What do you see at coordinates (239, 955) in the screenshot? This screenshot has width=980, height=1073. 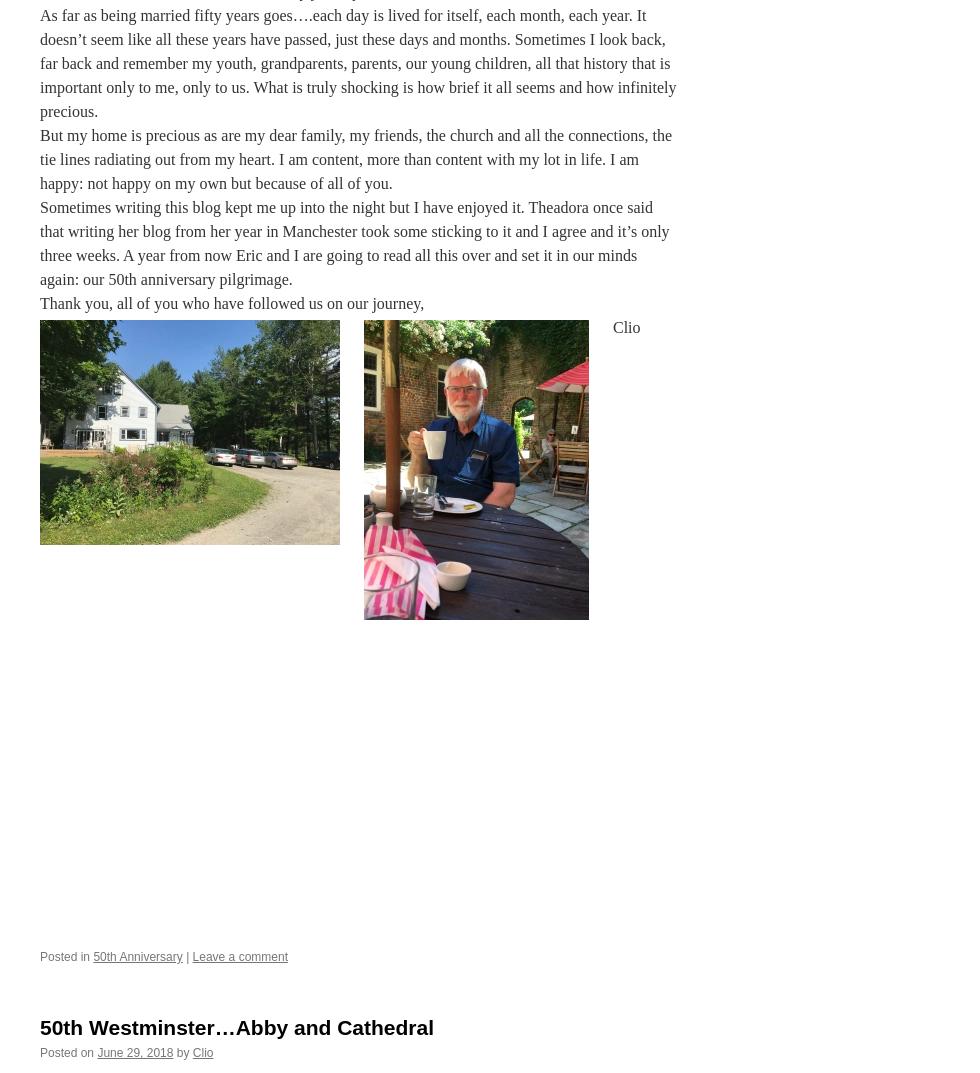 I see `'Leave a comment'` at bounding box center [239, 955].